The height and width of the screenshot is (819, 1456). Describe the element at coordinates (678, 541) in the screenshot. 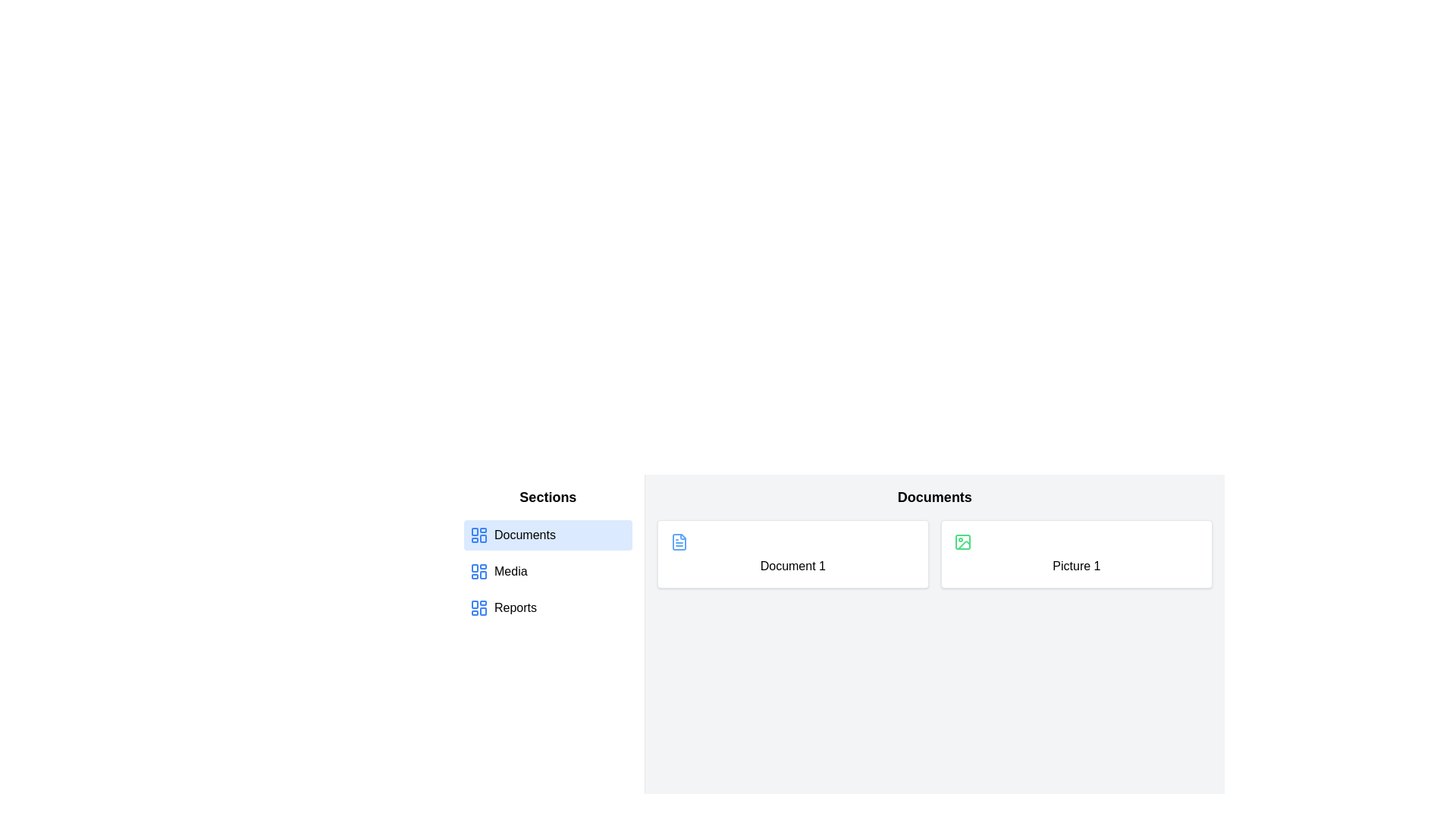

I see `the first graphical icon in the 'Documents' section, which visually represents a document-related action or content` at that location.